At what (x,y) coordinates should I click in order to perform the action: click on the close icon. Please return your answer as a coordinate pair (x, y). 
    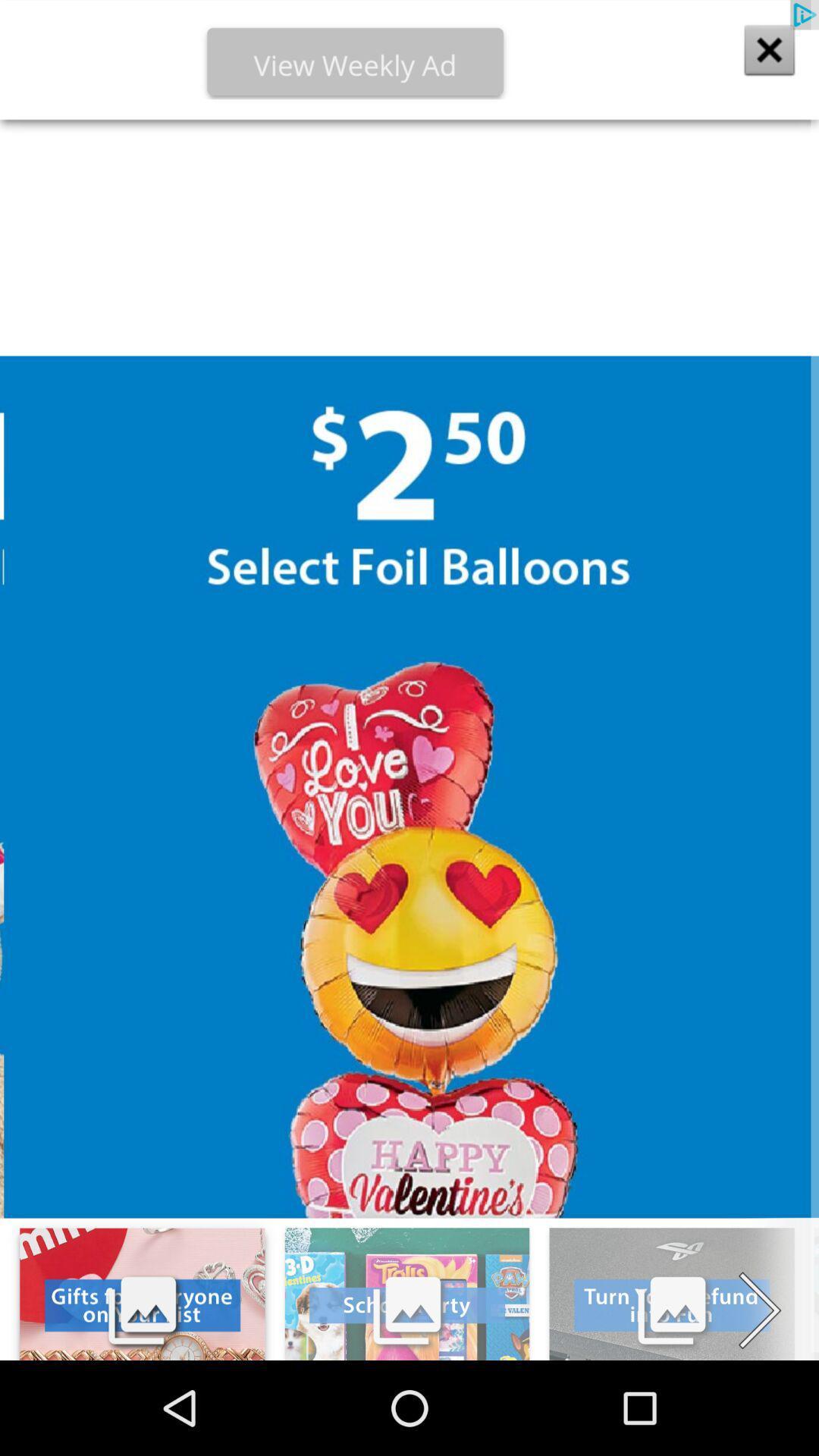
    Looking at the image, I should click on (769, 53).